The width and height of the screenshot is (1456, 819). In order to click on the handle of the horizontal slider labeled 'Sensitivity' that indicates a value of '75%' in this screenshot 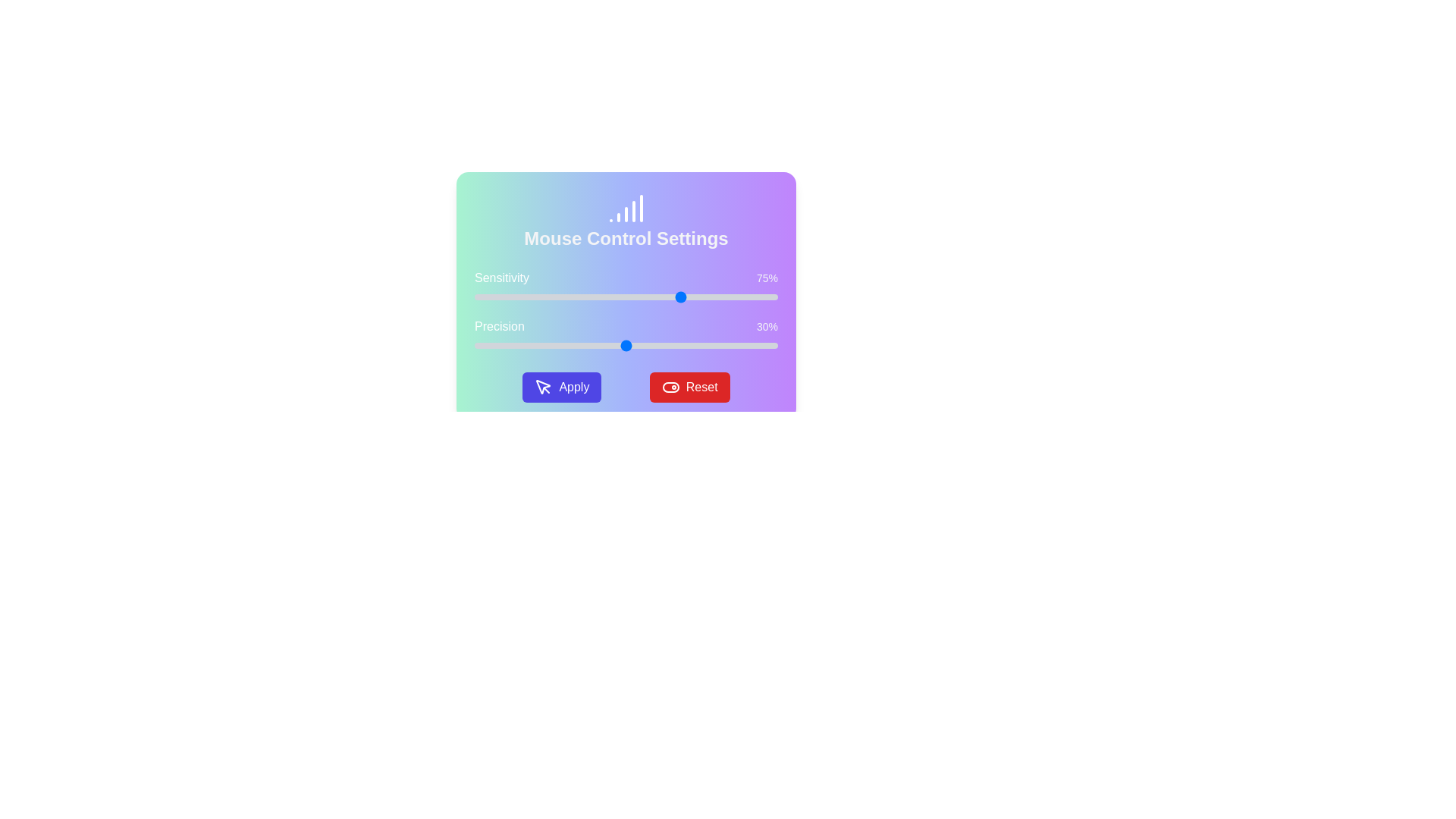, I will do `click(626, 287)`.